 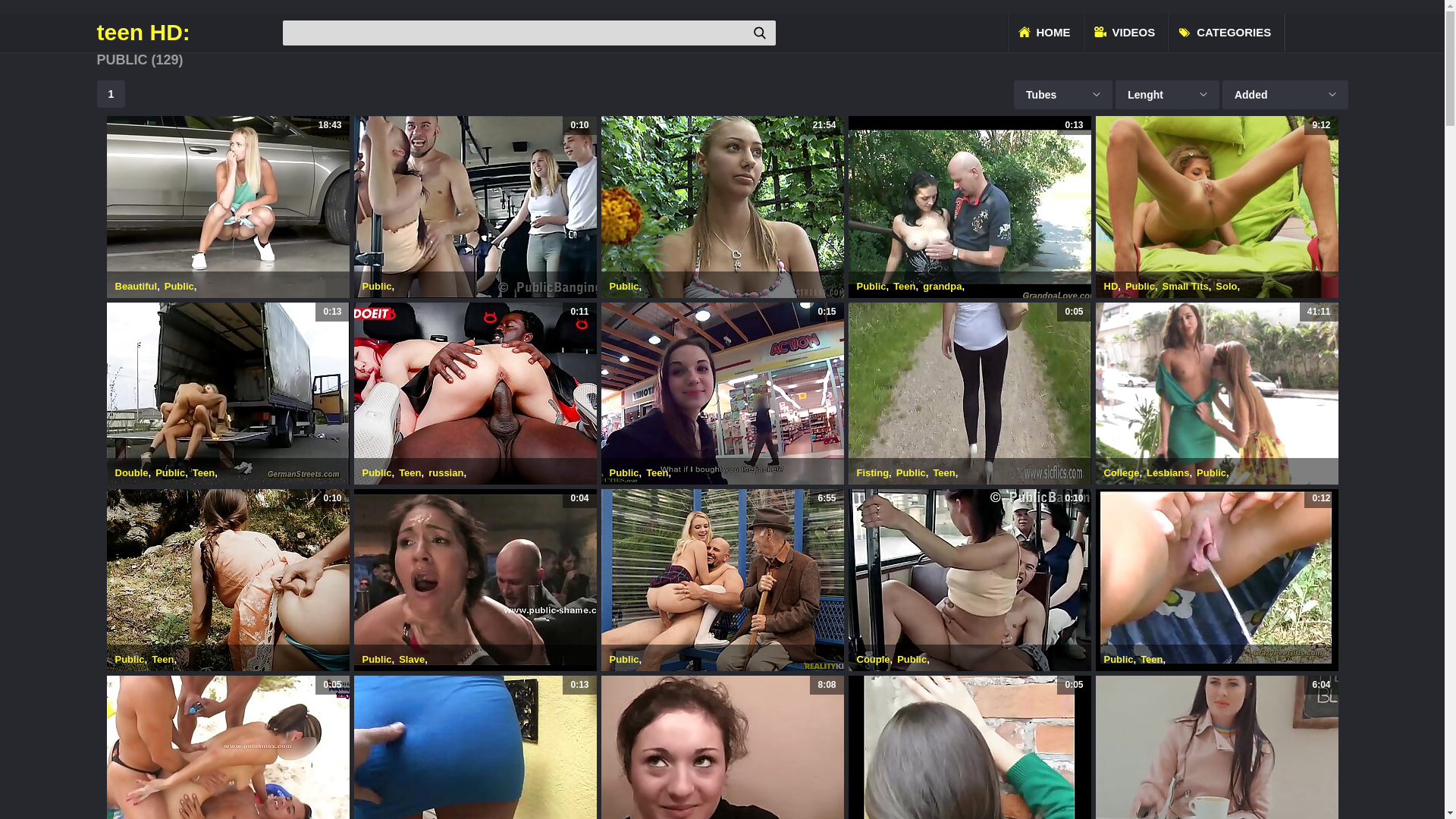 What do you see at coordinates (1111, 286) in the screenshot?
I see `'HD'` at bounding box center [1111, 286].